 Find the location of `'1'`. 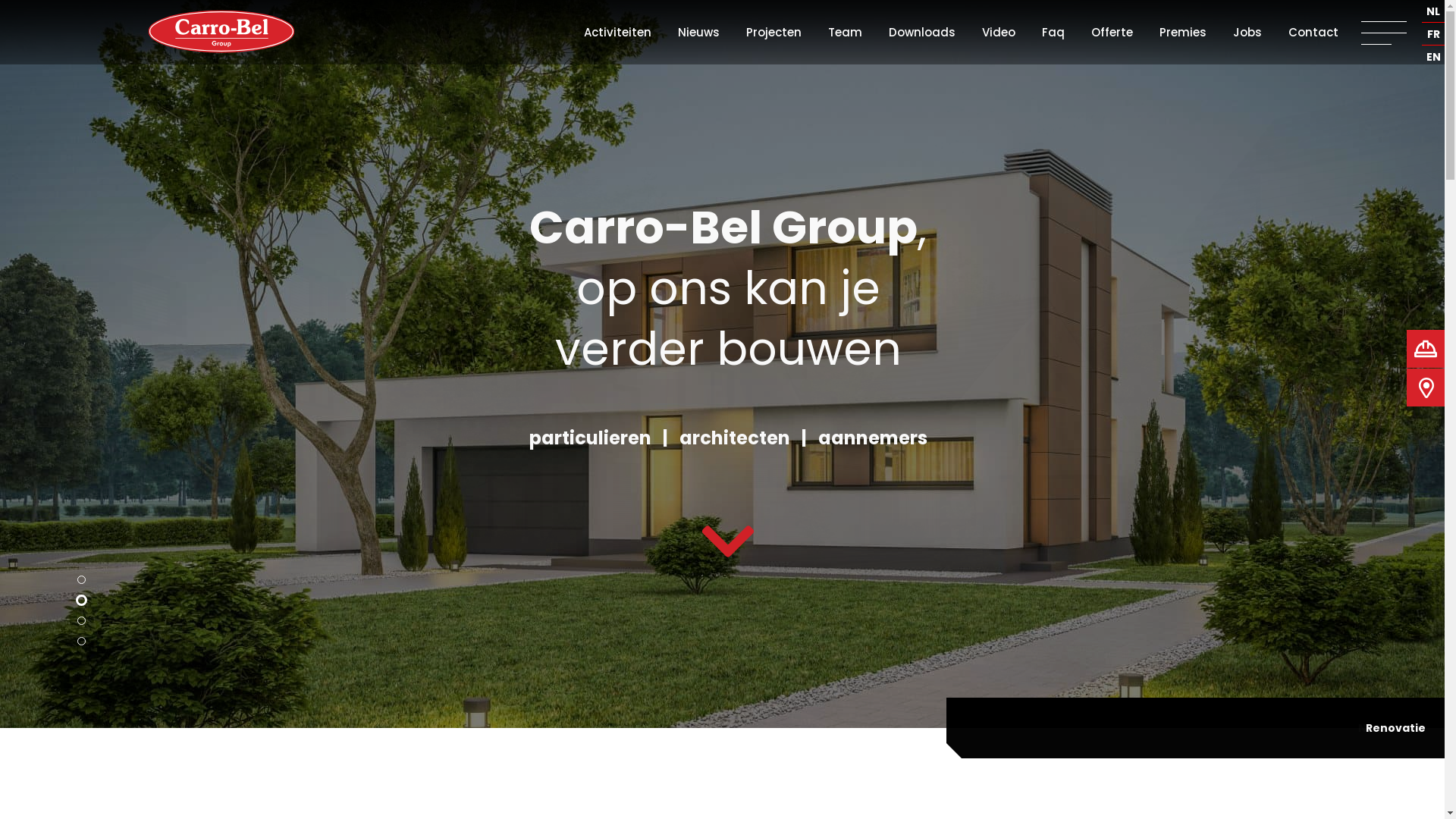

'1' is located at coordinates (80, 579).